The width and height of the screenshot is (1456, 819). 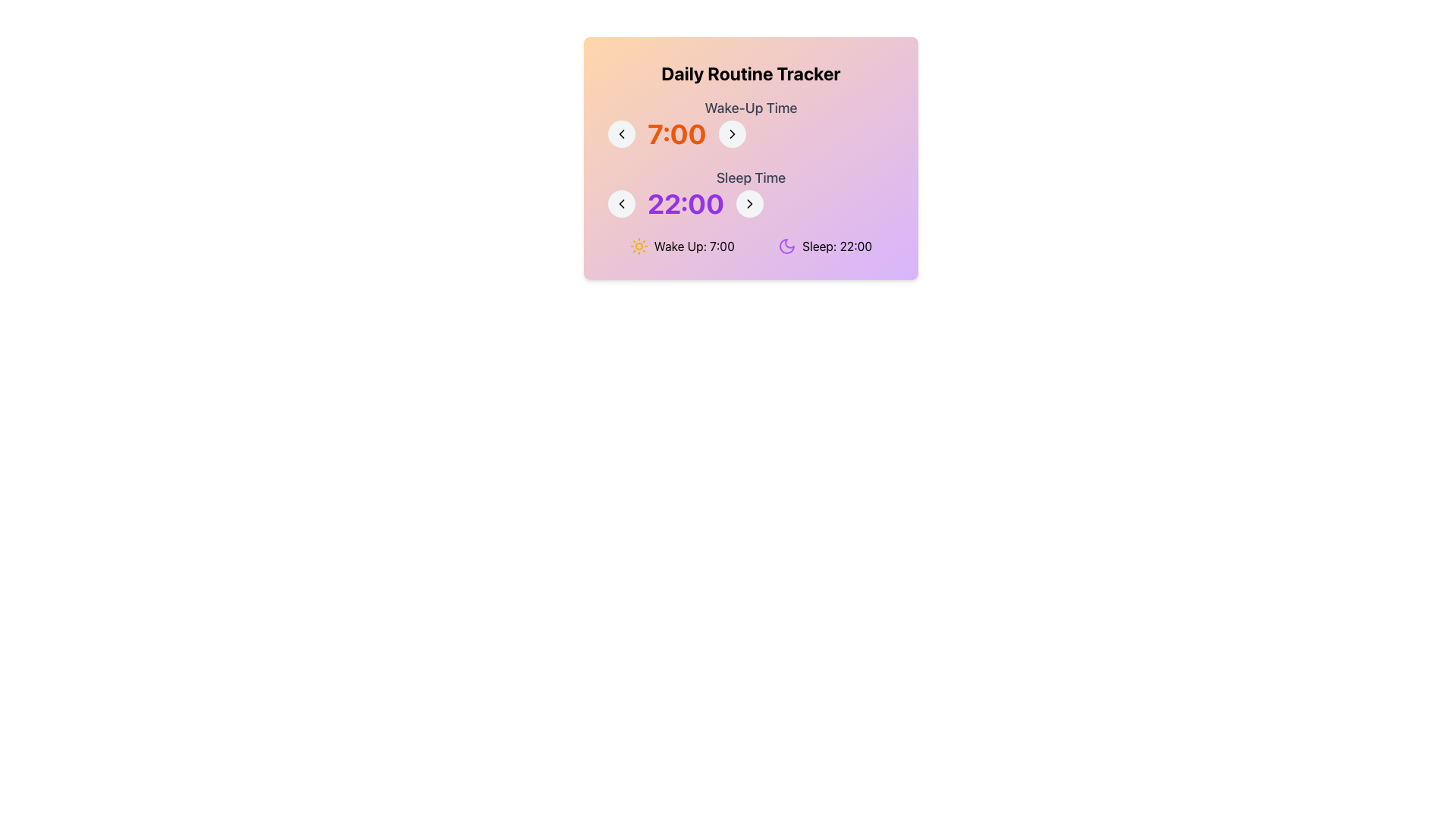 What do you see at coordinates (622, 203) in the screenshot?
I see `the left-pointing chevron icon button for decrementing the sleep time, located to the left of the time label '22:00' in the bottom row of the interface` at bounding box center [622, 203].